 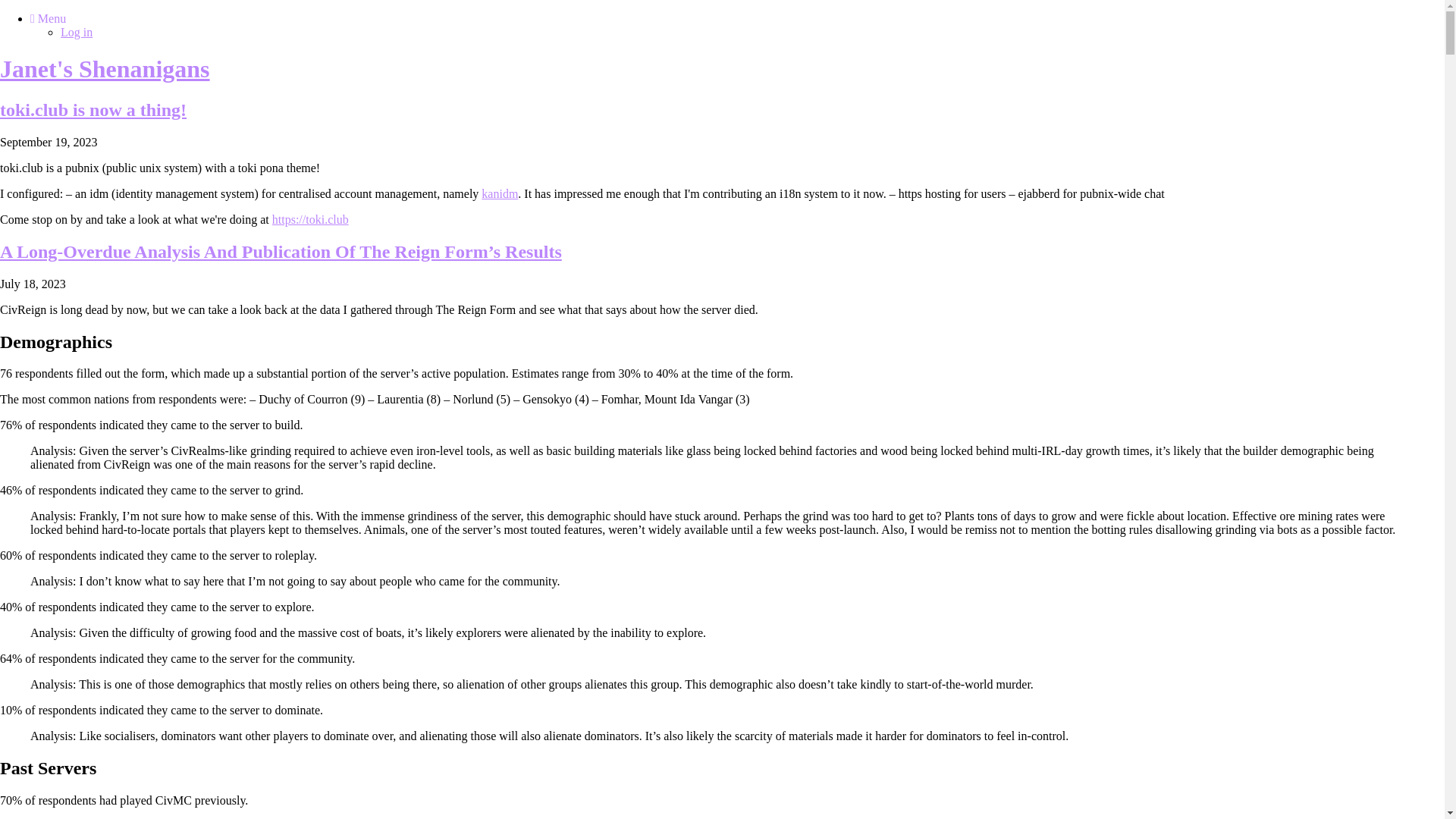 What do you see at coordinates (499, 193) in the screenshot?
I see `'kanidm'` at bounding box center [499, 193].